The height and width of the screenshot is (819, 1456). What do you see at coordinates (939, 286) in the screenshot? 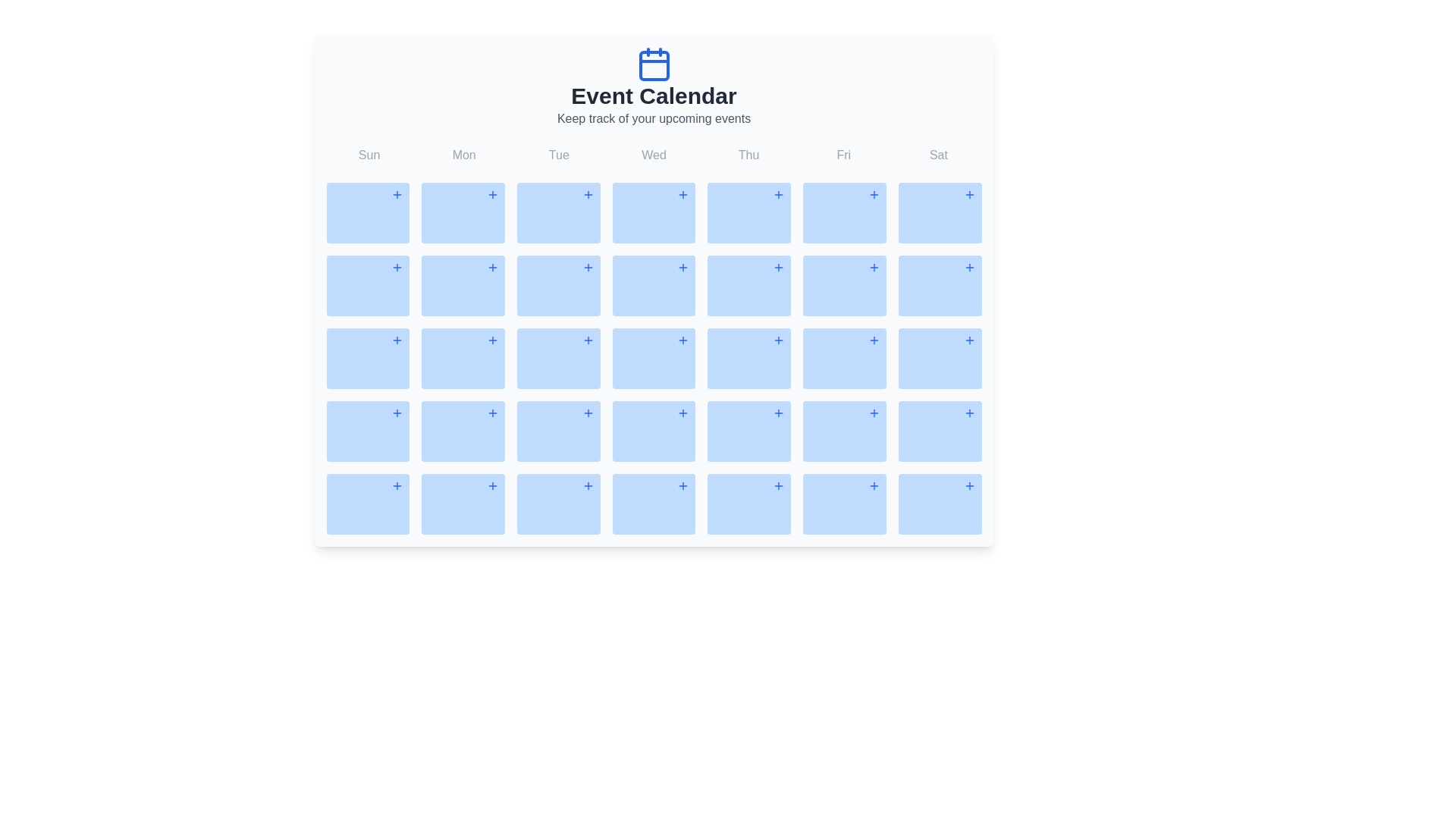
I see `the '+' symbol in the interactive calendar day element located in the sixth column and third row of the Event Calendar grid` at bounding box center [939, 286].